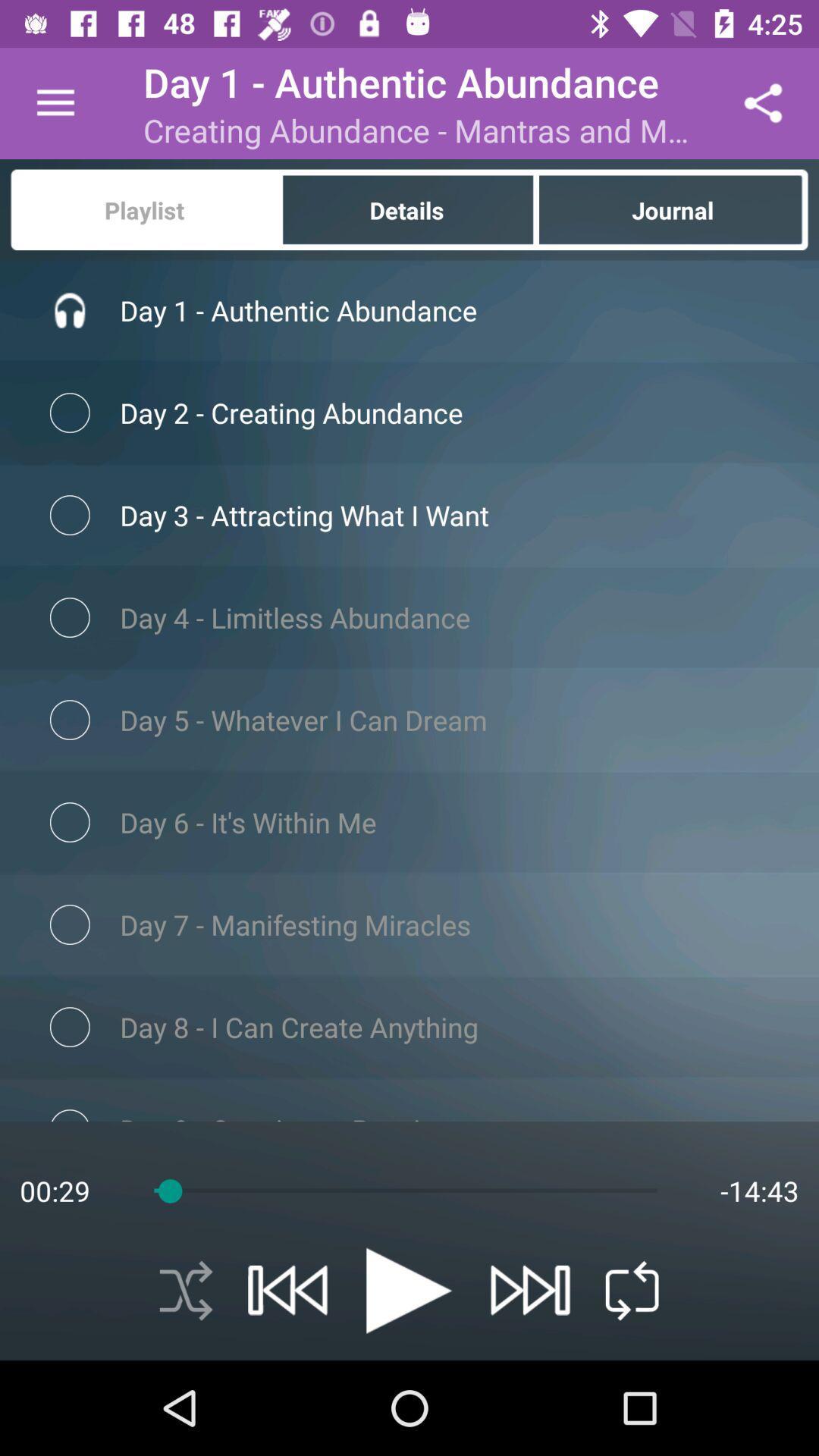  What do you see at coordinates (673, 209) in the screenshot?
I see `icon above the day 1 authentic` at bounding box center [673, 209].